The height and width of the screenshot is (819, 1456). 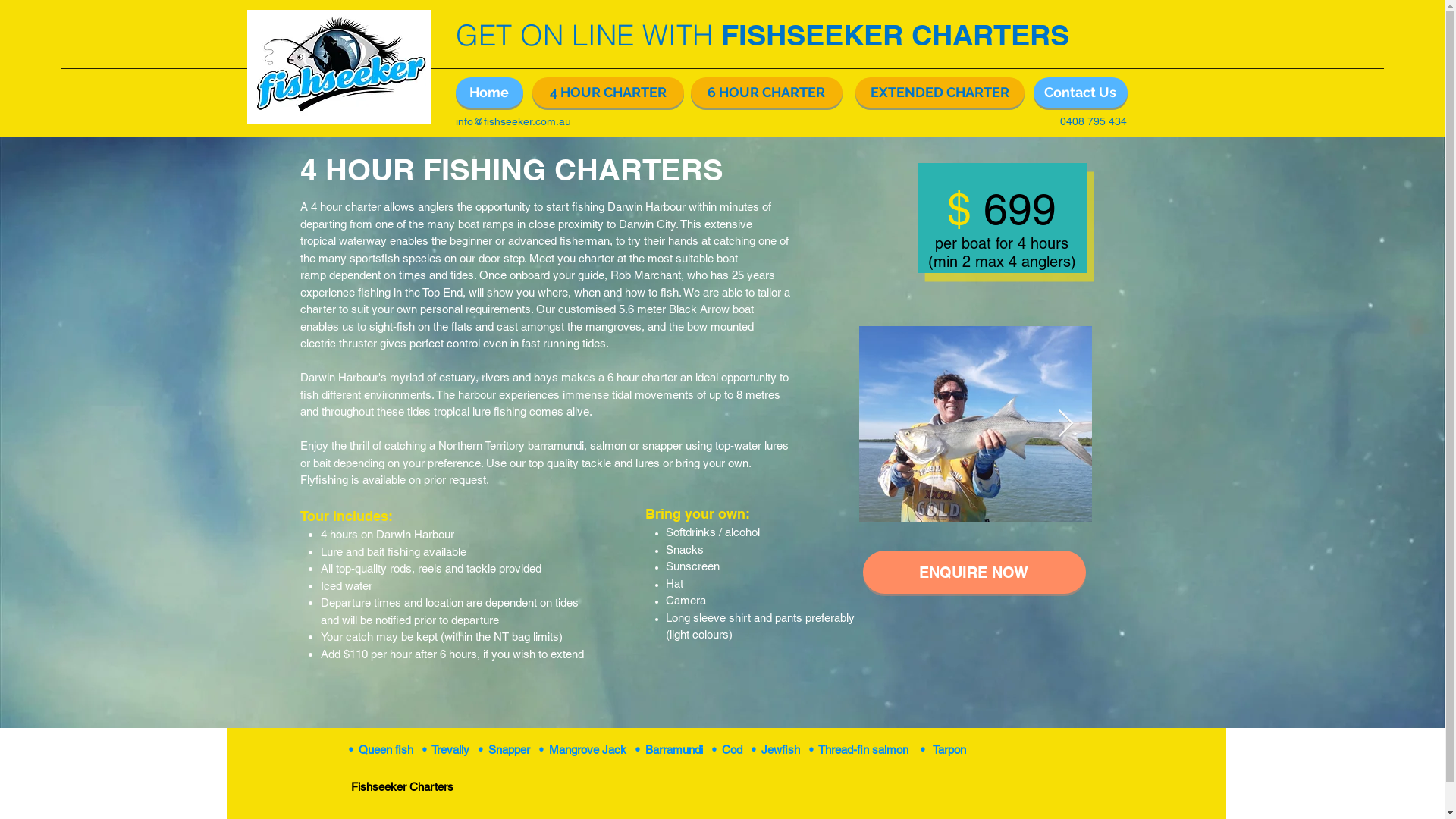 What do you see at coordinates (974, 572) in the screenshot?
I see `'ENQUIRE NOW'` at bounding box center [974, 572].